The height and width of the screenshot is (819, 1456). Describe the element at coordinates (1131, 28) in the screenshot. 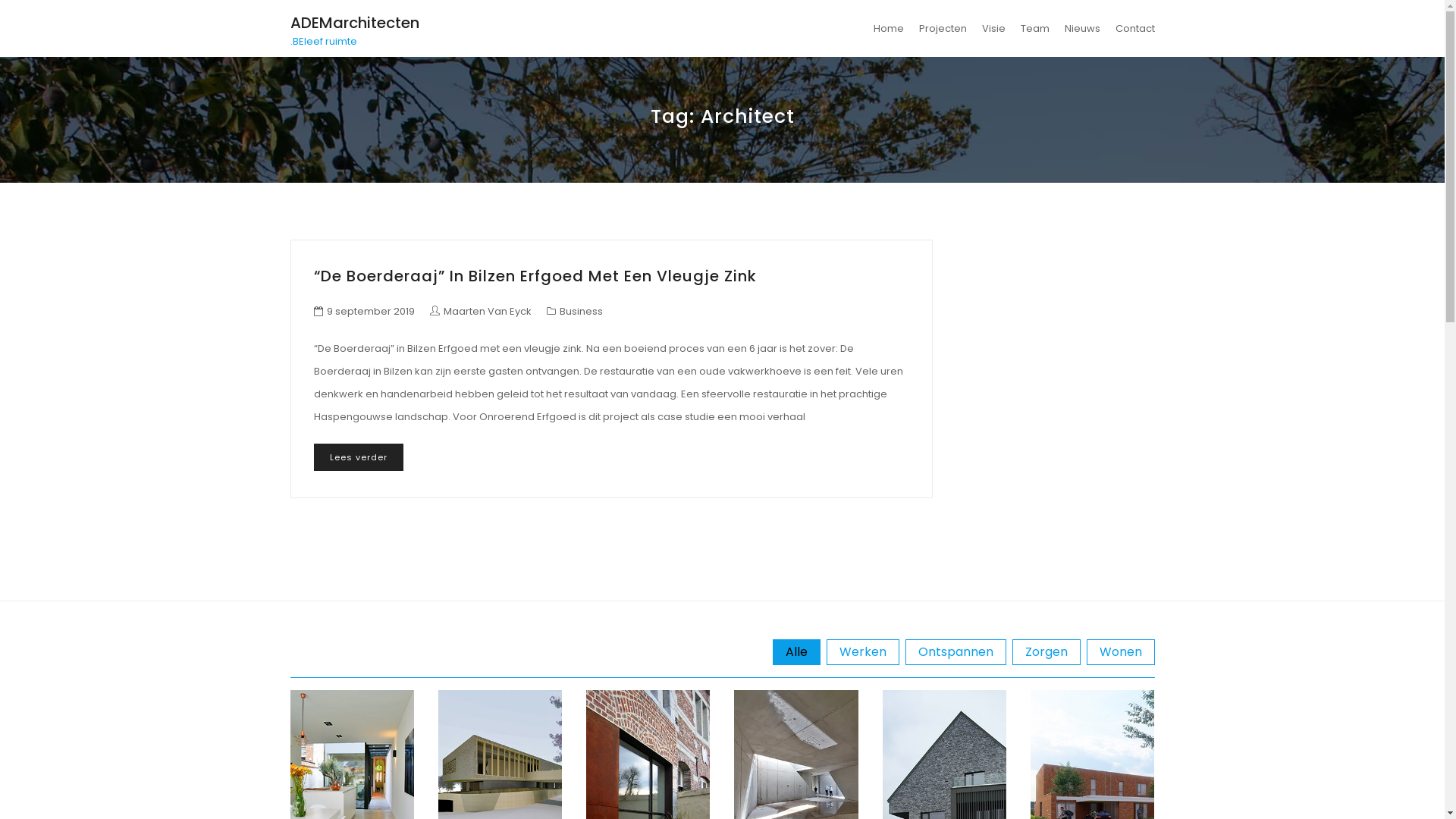

I see `'Contact'` at that location.